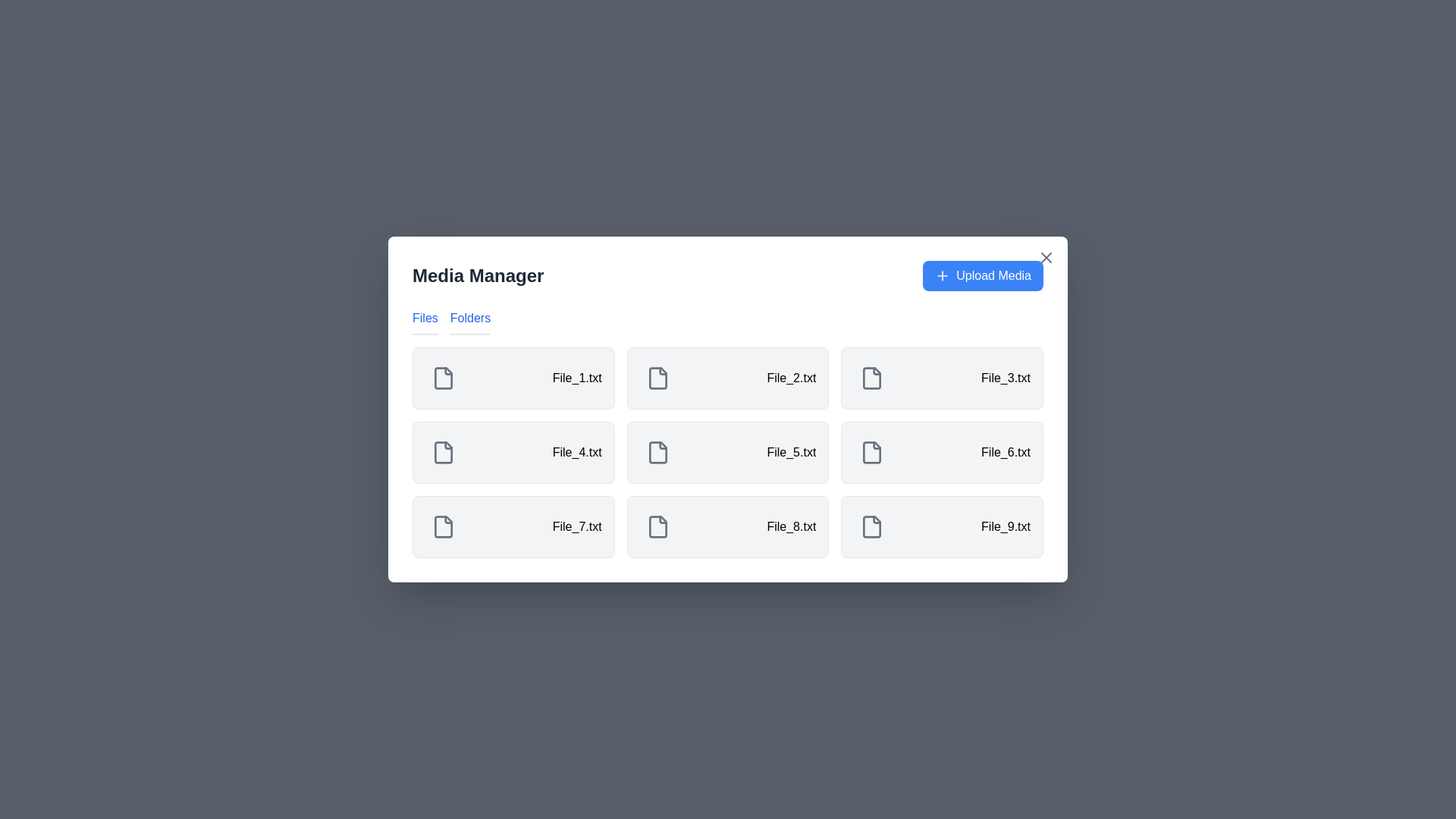 This screenshot has width=1456, height=819. What do you see at coordinates (443, 377) in the screenshot?
I see `the file icon representing 'File_1.txt'` at bounding box center [443, 377].